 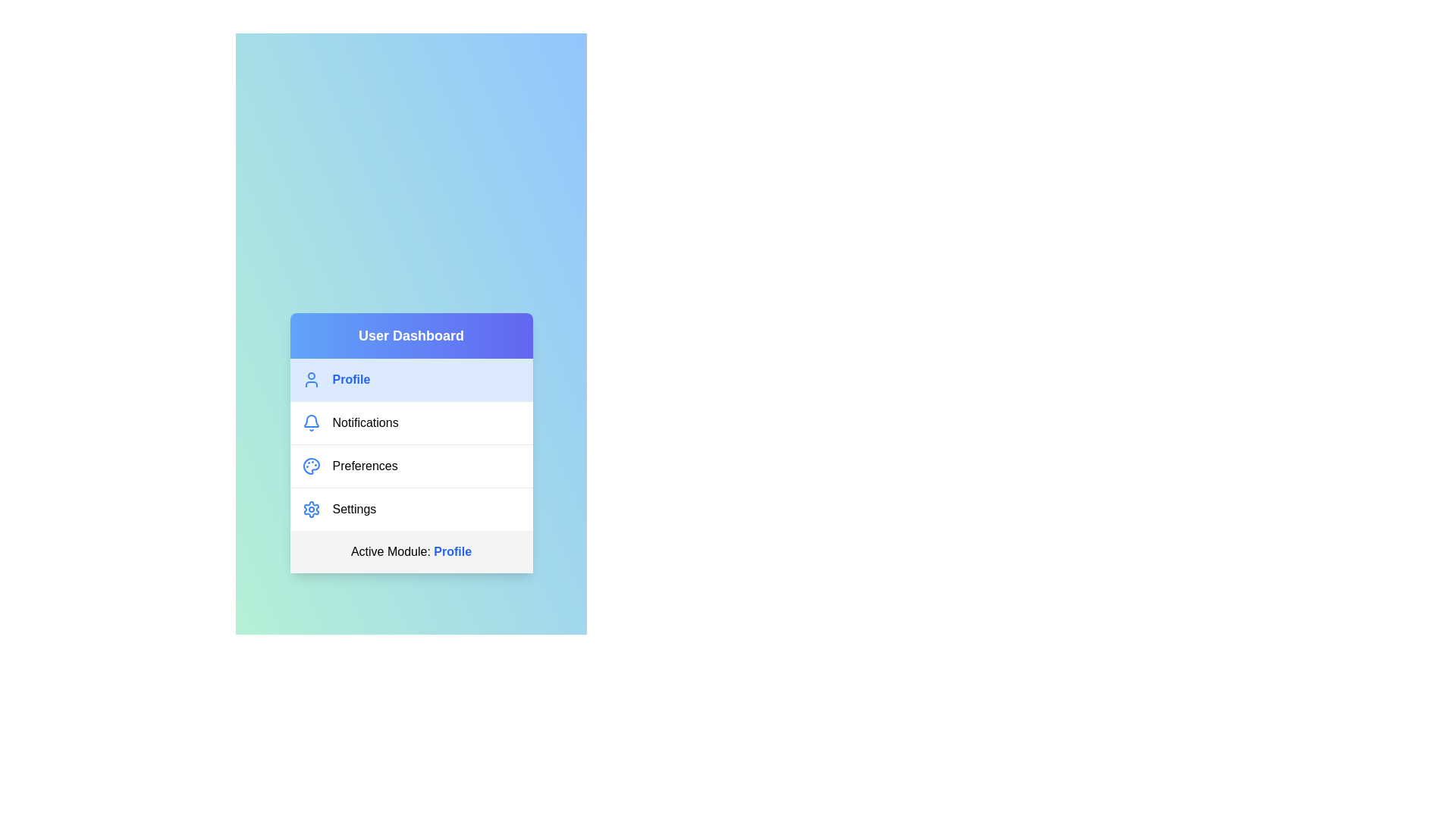 What do you see at coordinates (411, 422) in the screenshot?
I see `the menu item corresponding to Notifications` at bounding box center [411, 422].